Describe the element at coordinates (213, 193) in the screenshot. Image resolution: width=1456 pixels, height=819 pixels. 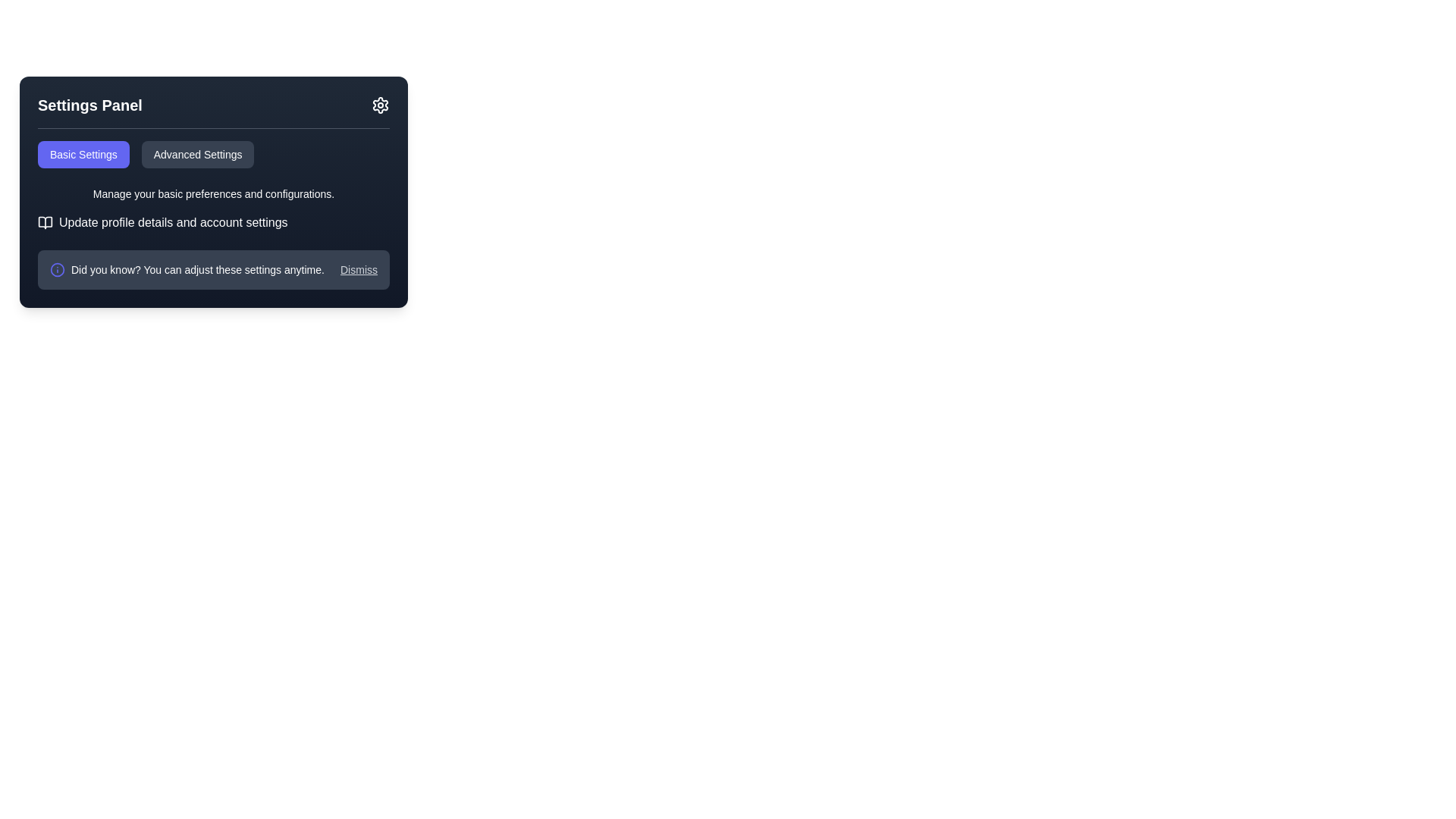
I see `the text label that says 'Manage your basic preferences and configurations.' which is displayed in a small font size and located below the 'Basic Settings' and 'Advanced Settings' tab buttons` at that location.